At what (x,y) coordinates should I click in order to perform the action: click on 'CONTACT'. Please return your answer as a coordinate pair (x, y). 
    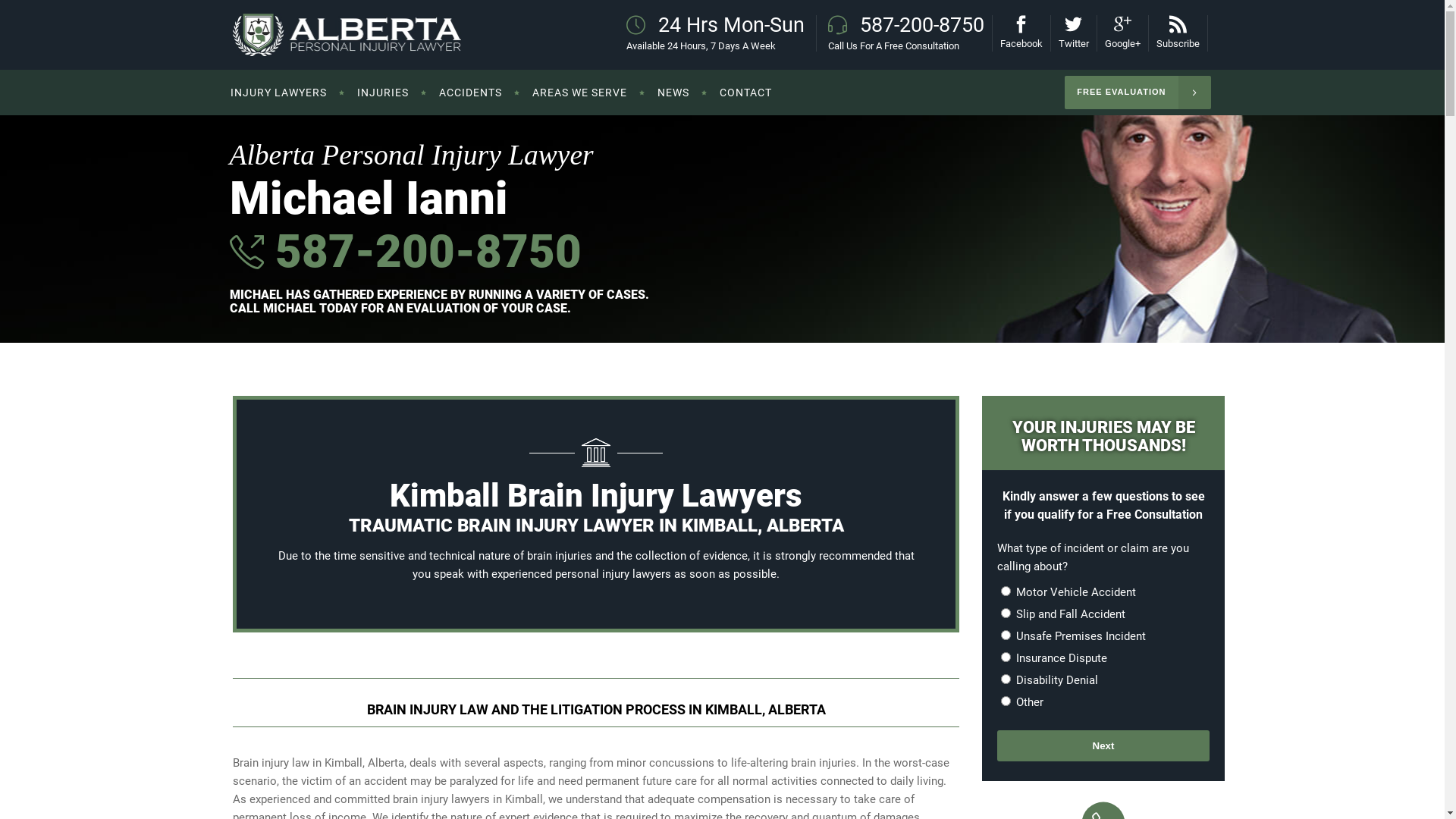
    Looking at the image, I should click on (745, 93).